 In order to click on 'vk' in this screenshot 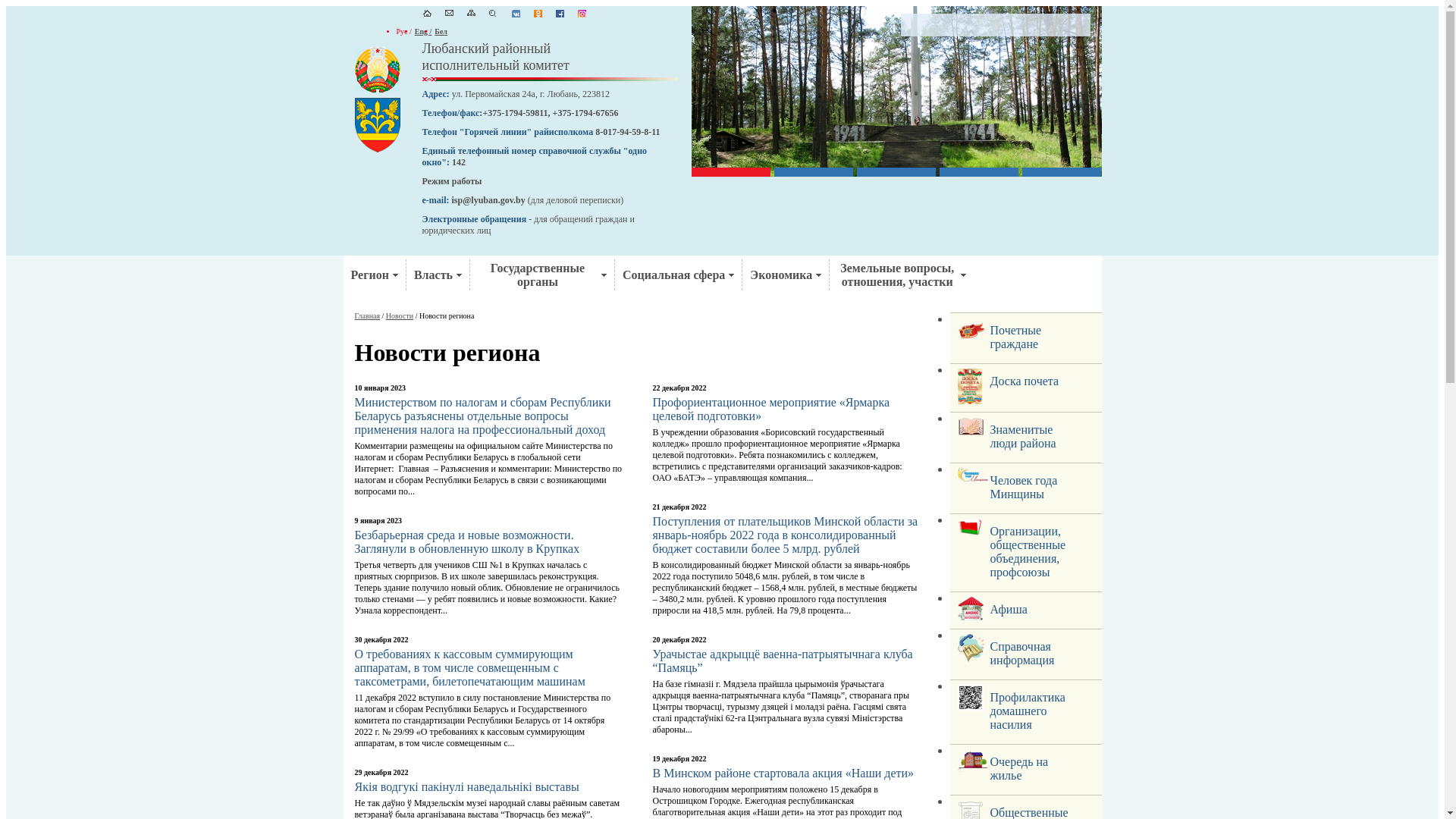, I will do `click(510, 14)`.